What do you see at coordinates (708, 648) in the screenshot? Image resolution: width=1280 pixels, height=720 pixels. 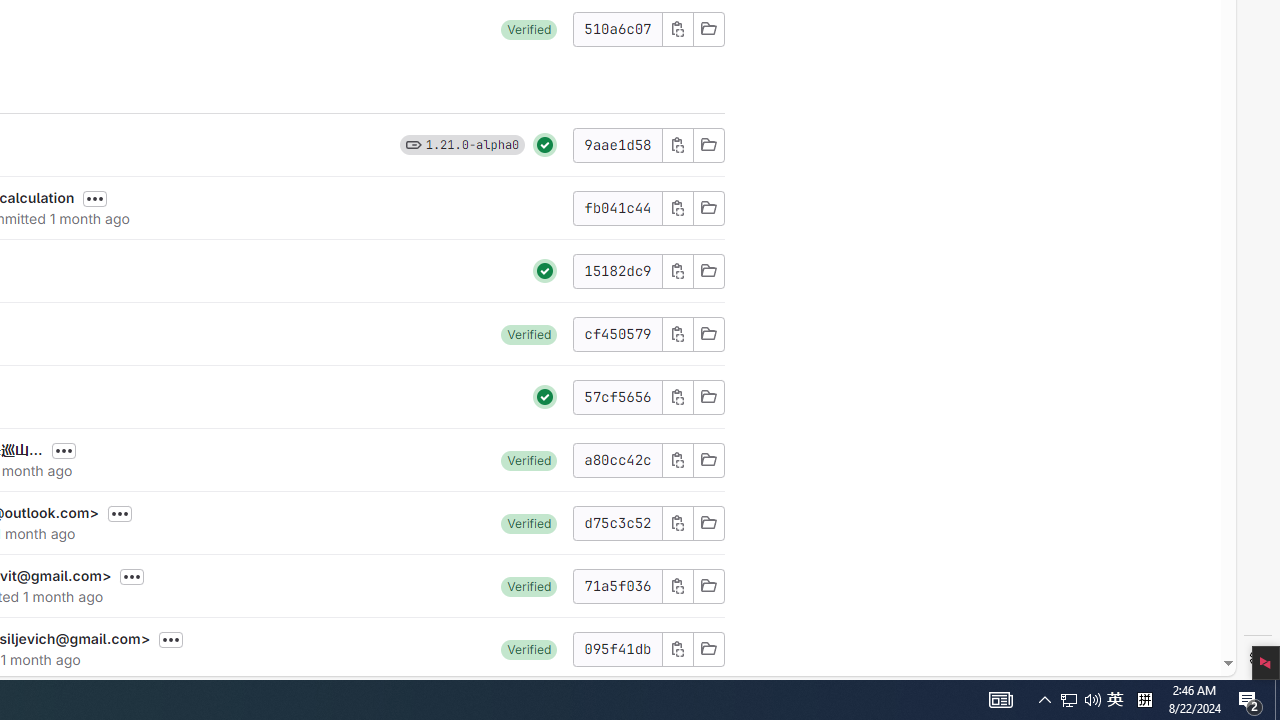 I see `'Class: s16'` at bounding box center [708, 648].